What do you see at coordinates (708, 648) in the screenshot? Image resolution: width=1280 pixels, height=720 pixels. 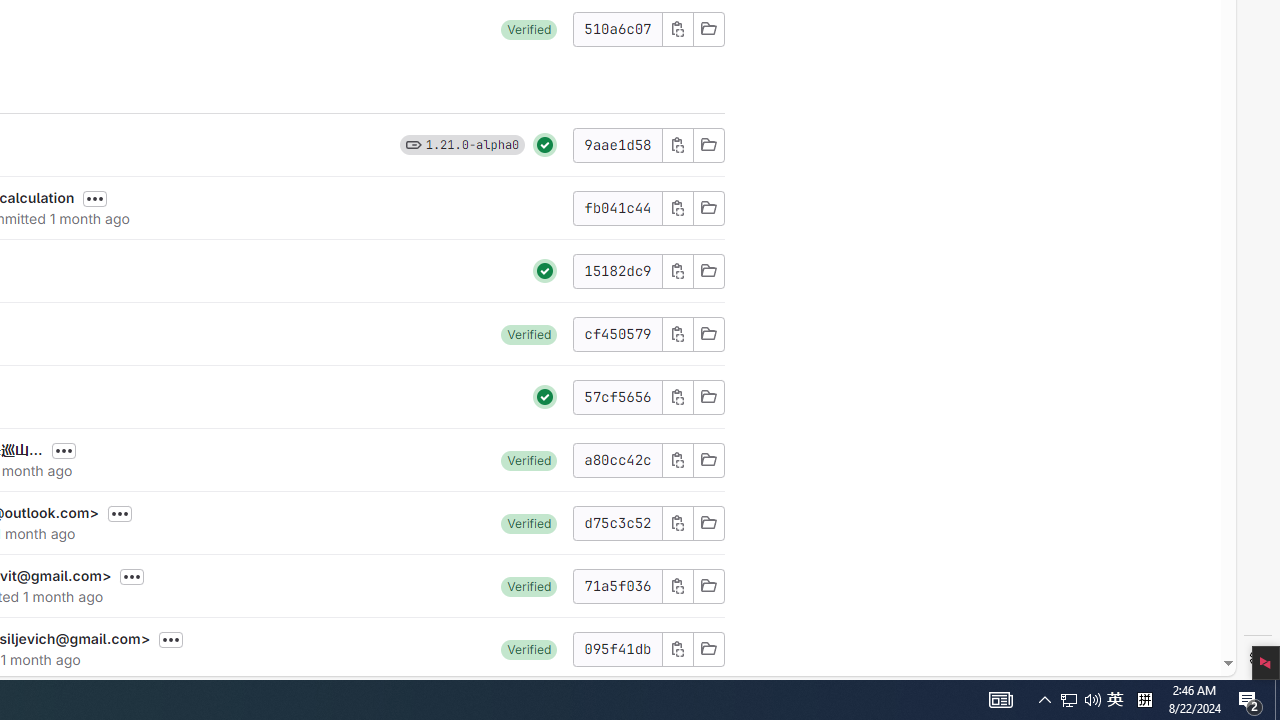 I see `'Class: s16'` at bounding box center [708, 648].